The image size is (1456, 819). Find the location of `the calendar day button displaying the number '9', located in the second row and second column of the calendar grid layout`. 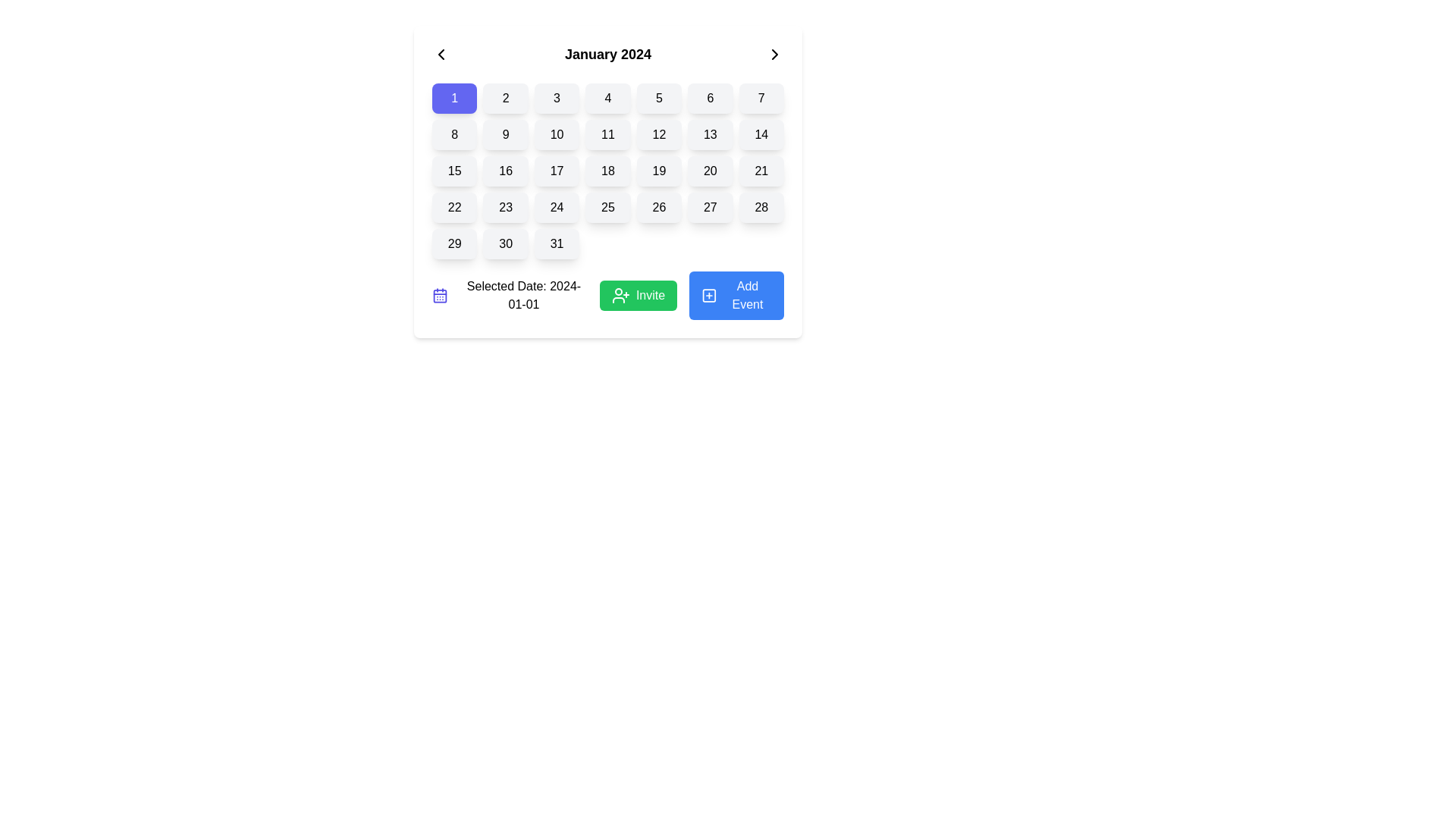

the calendar day button displaying the number '9', located in the second row and second column of the calendar grid layout is located at coordinates (506, 133).